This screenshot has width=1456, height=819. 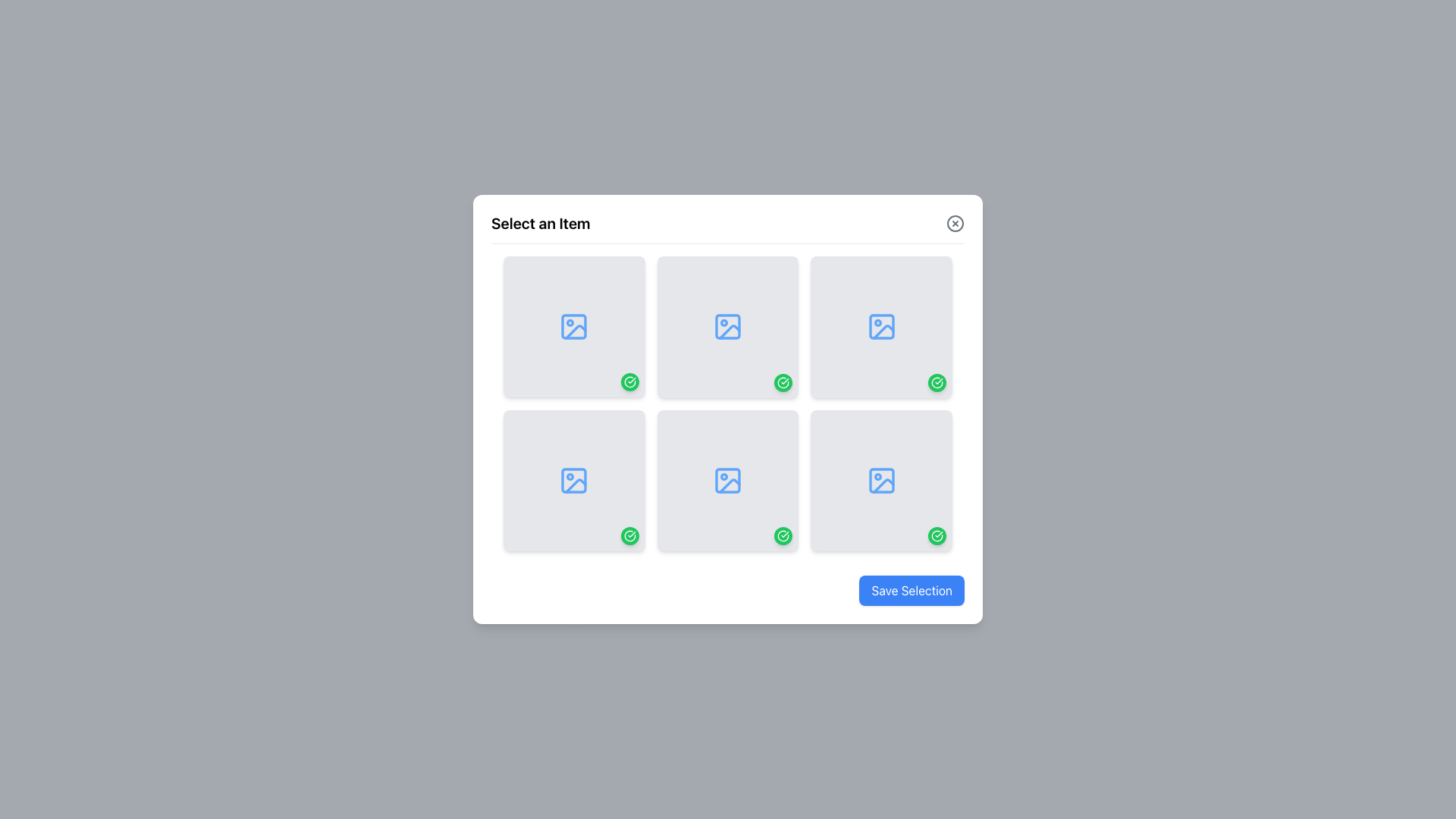 What do you see at coordinates (881, 480) in the screenshot?
I see `the blue tinted image icon representing a mountain scene, which is the fourth item in a two-row, three-column grid, located in the second row, first column` at bounding box center [881, 480].